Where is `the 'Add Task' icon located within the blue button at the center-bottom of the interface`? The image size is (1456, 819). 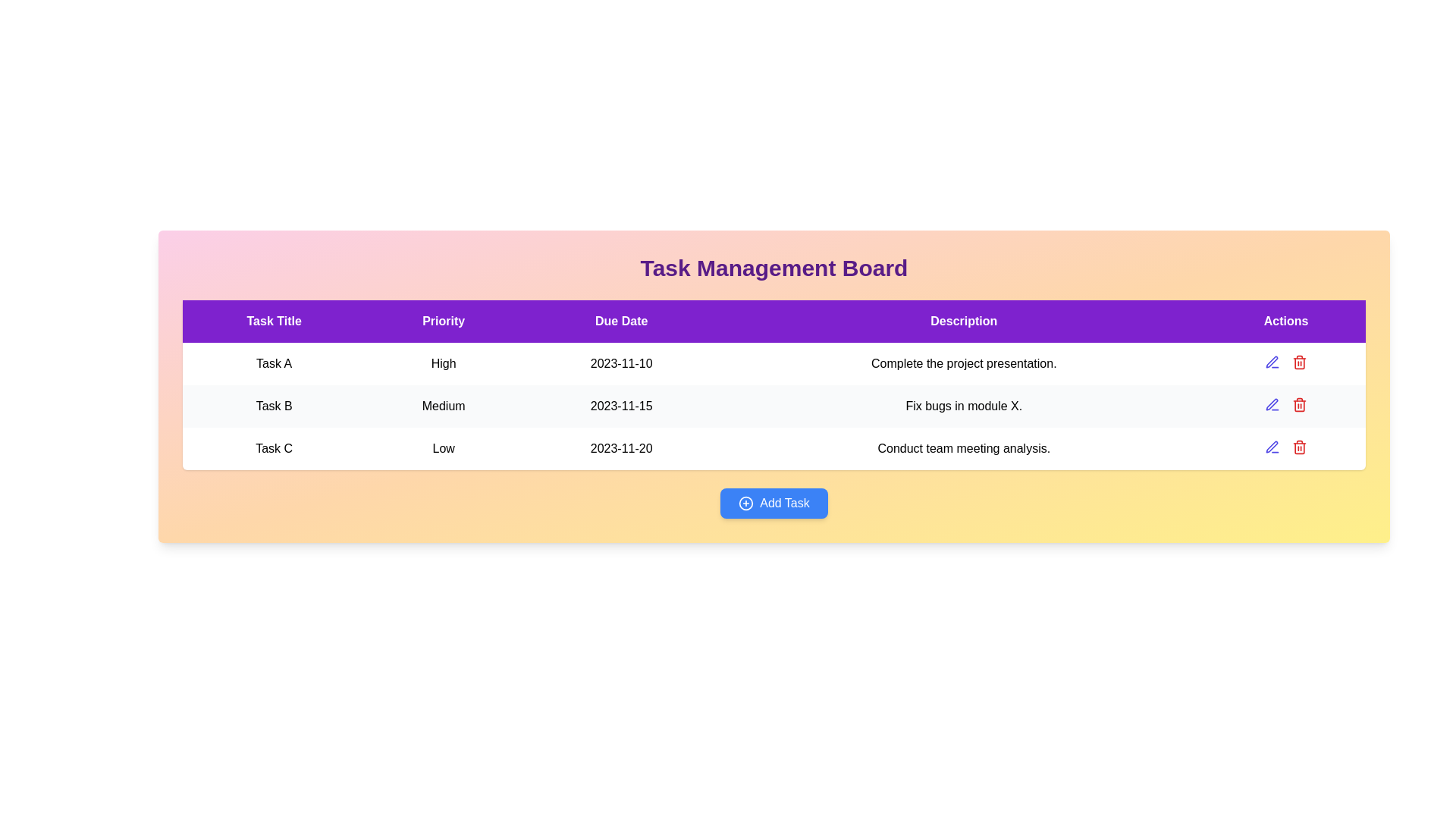
the 'Add Task' icon located within the blue button at the center-bottom of the interface is located at coordinates (745, 503).